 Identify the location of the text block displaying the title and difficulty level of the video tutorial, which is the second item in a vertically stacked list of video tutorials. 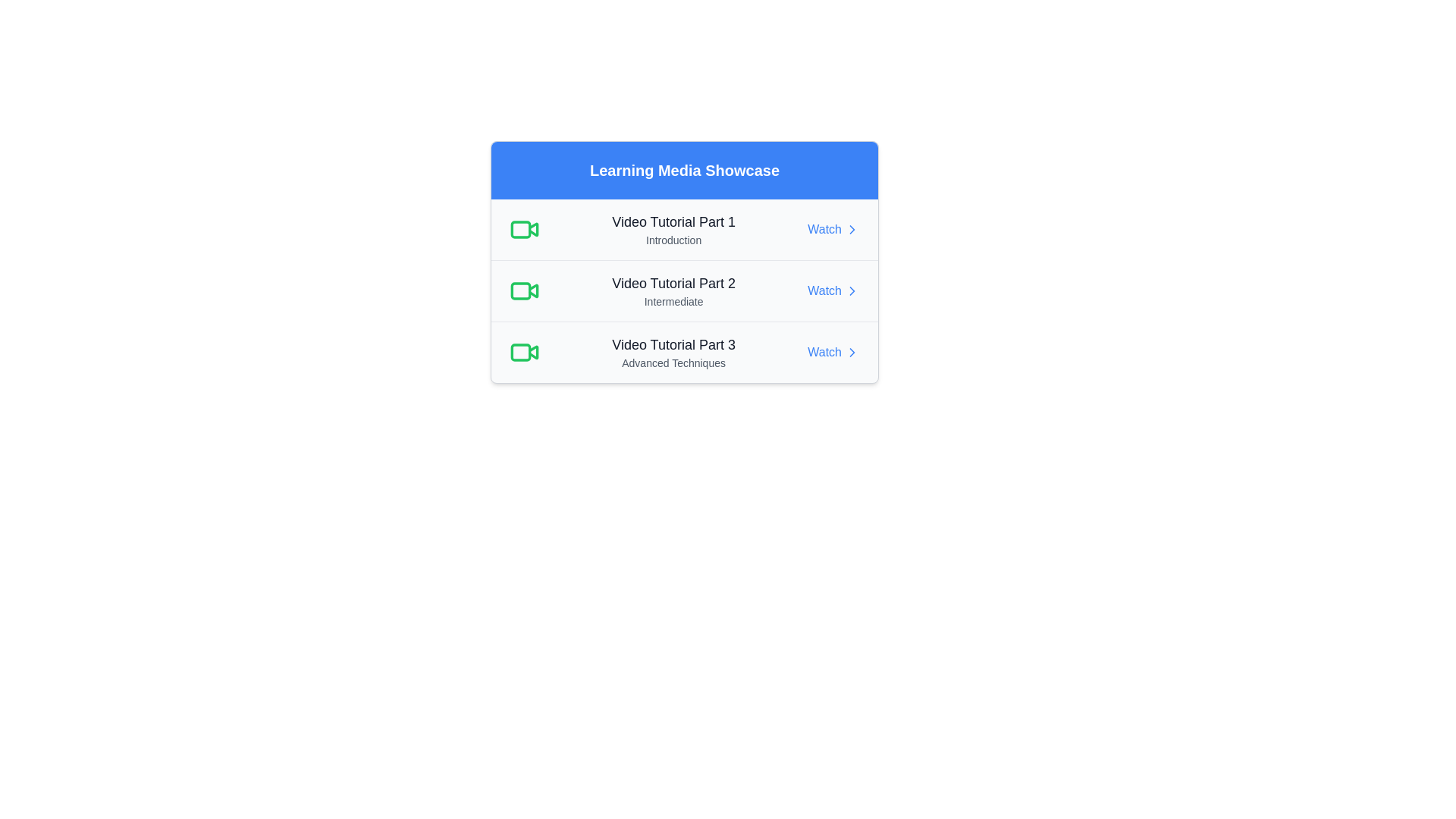
(673, 291).